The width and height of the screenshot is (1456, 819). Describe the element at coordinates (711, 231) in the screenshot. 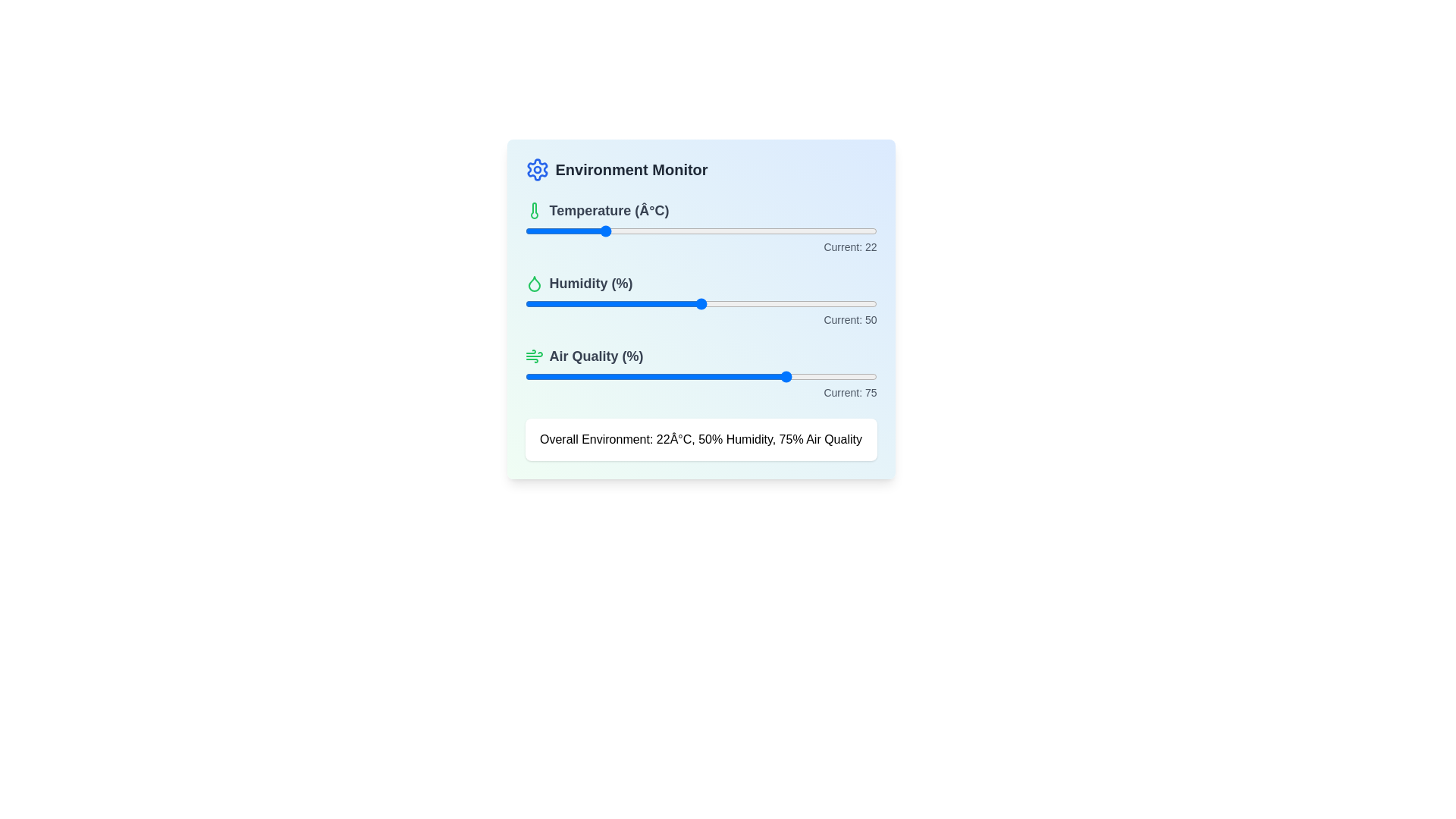

I see `the temperature slider to set the temperature to 53 degrees Celsius` at that location.